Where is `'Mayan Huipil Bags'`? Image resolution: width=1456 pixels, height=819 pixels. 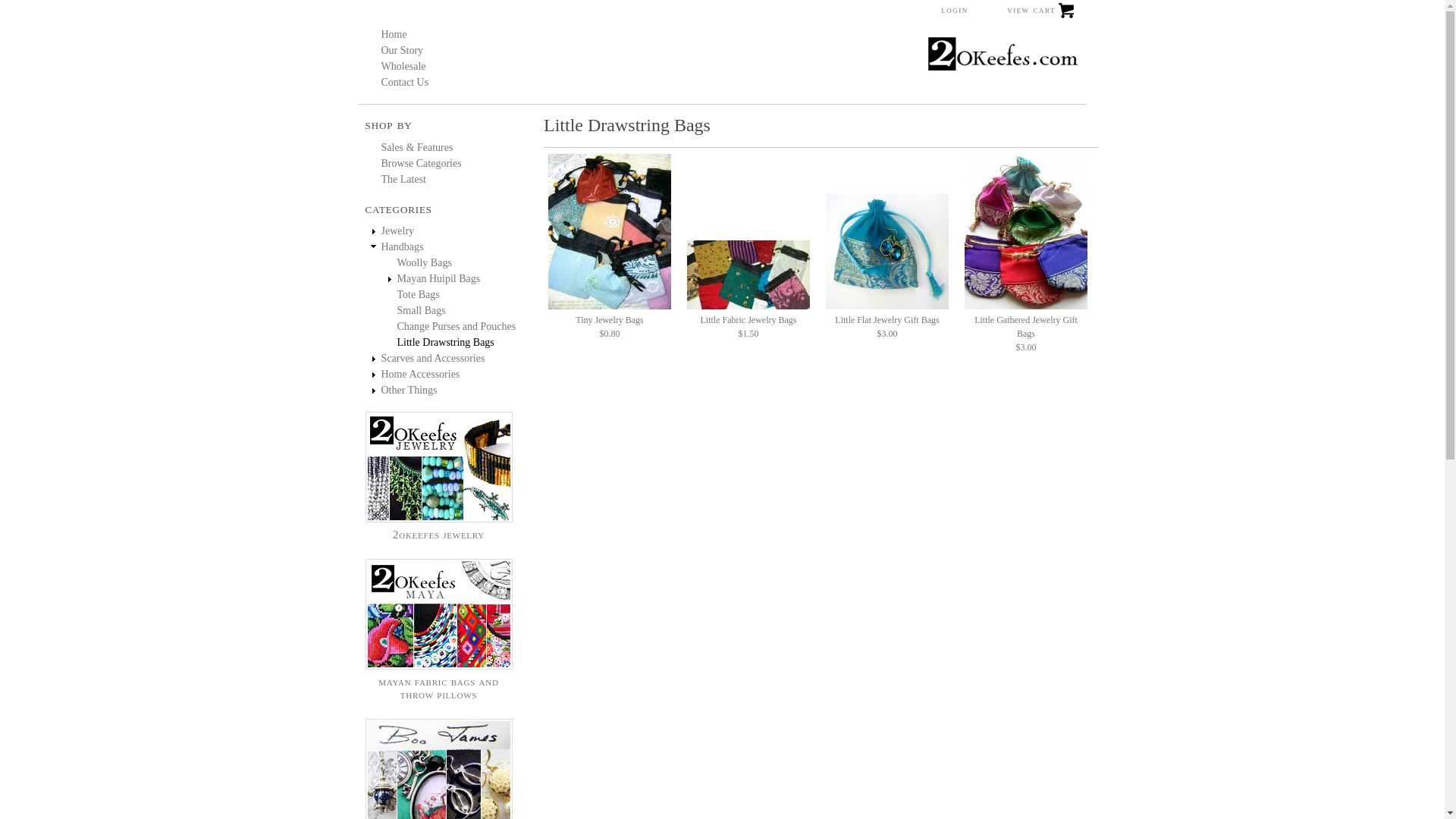
'Mayan Huipil Bags' is located at coordinates (438, 278).